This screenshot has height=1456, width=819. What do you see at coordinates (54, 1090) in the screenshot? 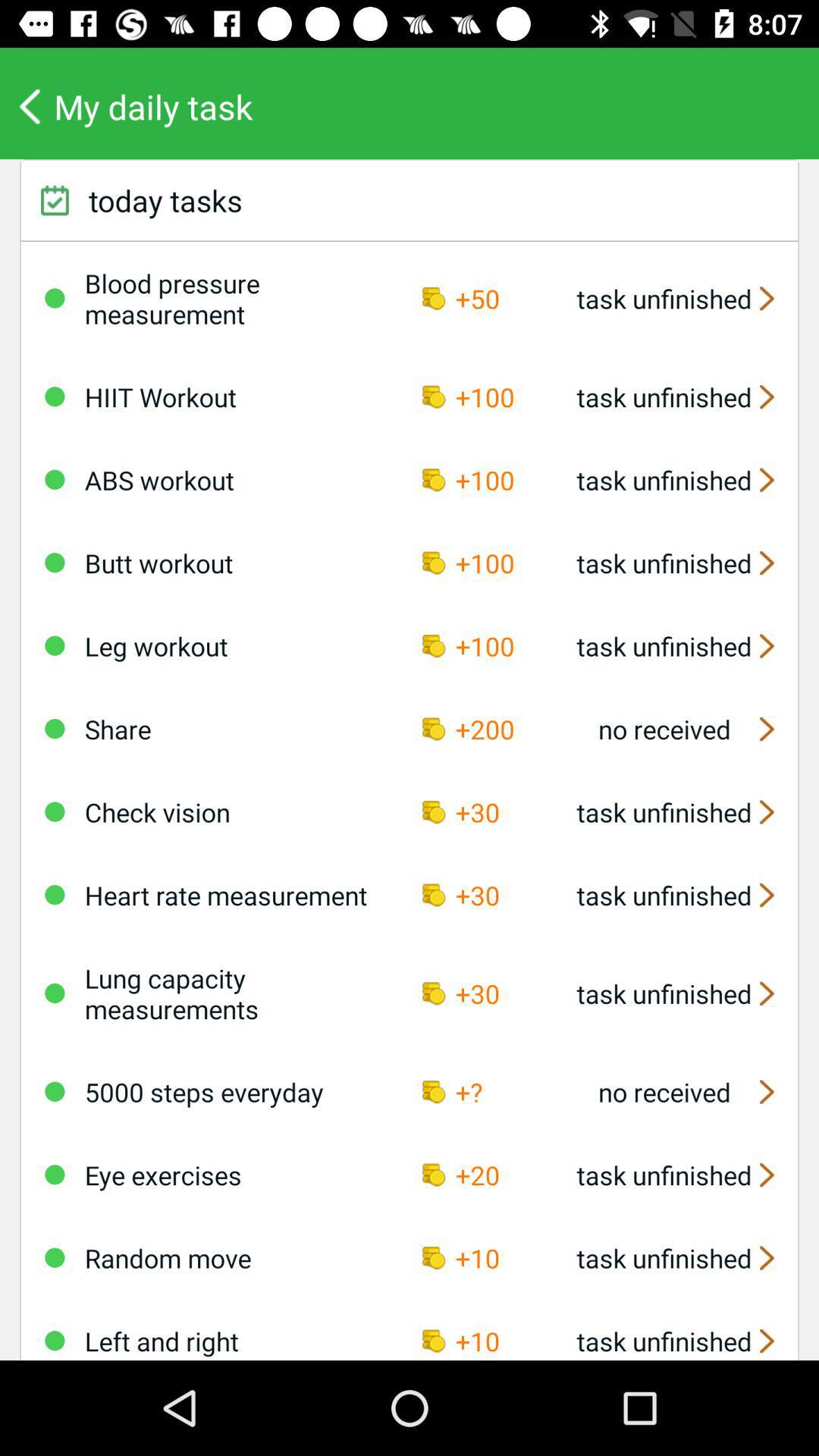
I see `open the page` at bounding box center [54, 1090].